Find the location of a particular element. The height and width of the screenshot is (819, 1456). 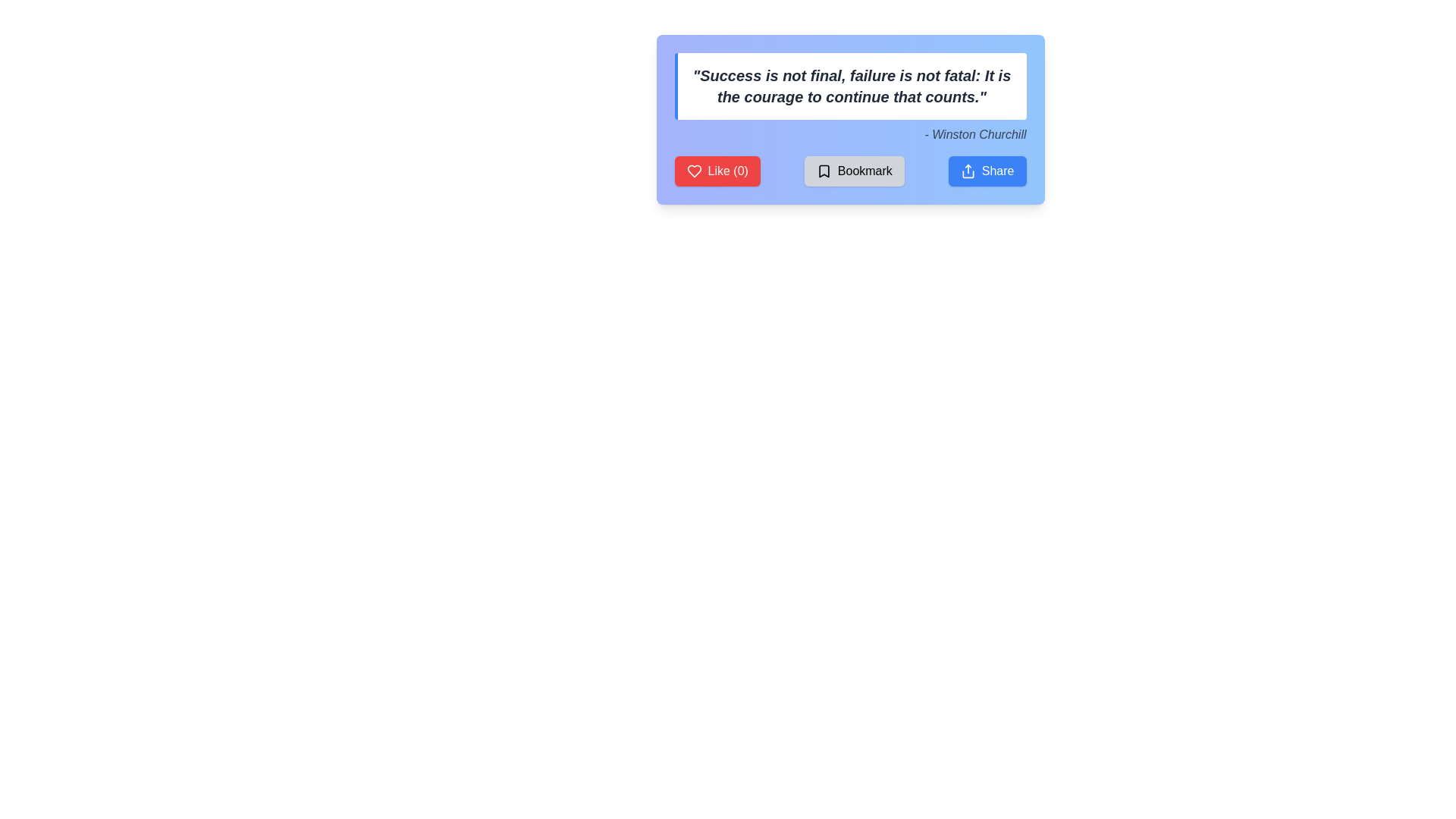

the bookmark button located between the 'Like' button on the left and the 'Share' button on the right, positioned below a quote section is located at coordinates (854, 171).